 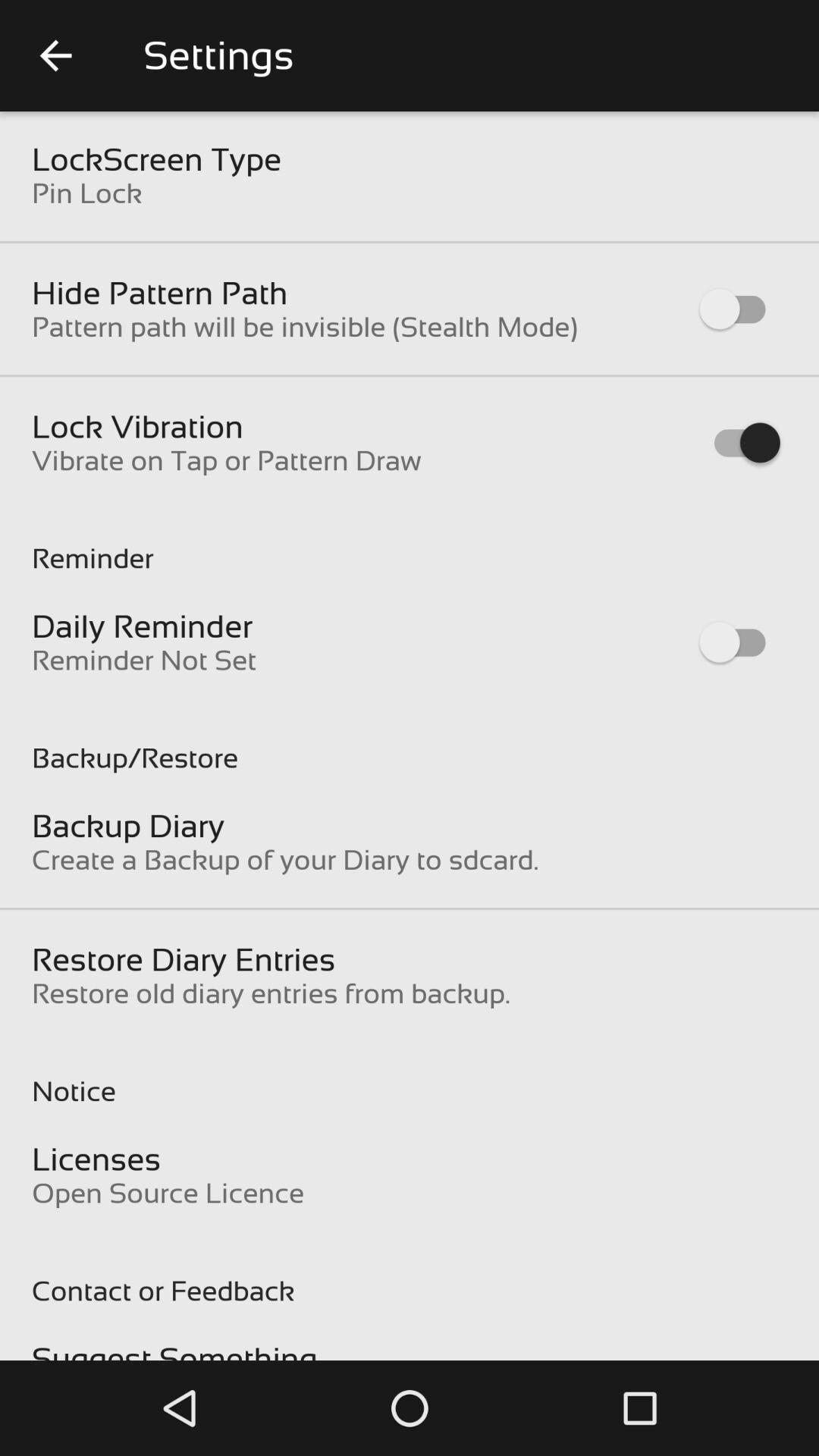 I want to click on the daily reminder icon, so click(x=142, y=626).